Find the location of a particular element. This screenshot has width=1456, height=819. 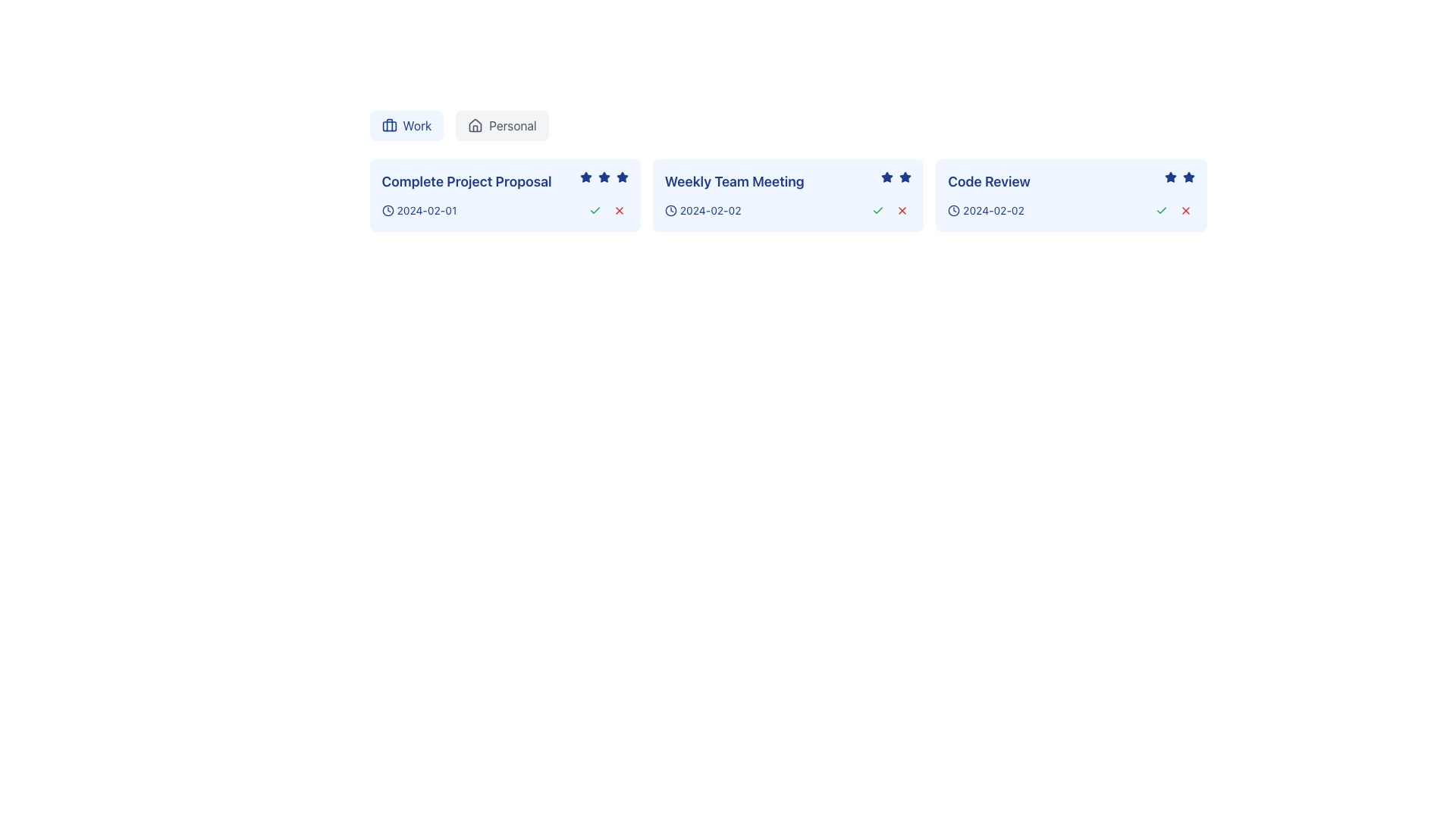

the star-shaped graphical icon located on the right side of the 'Weekly Team Meeting' text, which serves as a visual indicator for the rating system is located at coordinates (896, 177).